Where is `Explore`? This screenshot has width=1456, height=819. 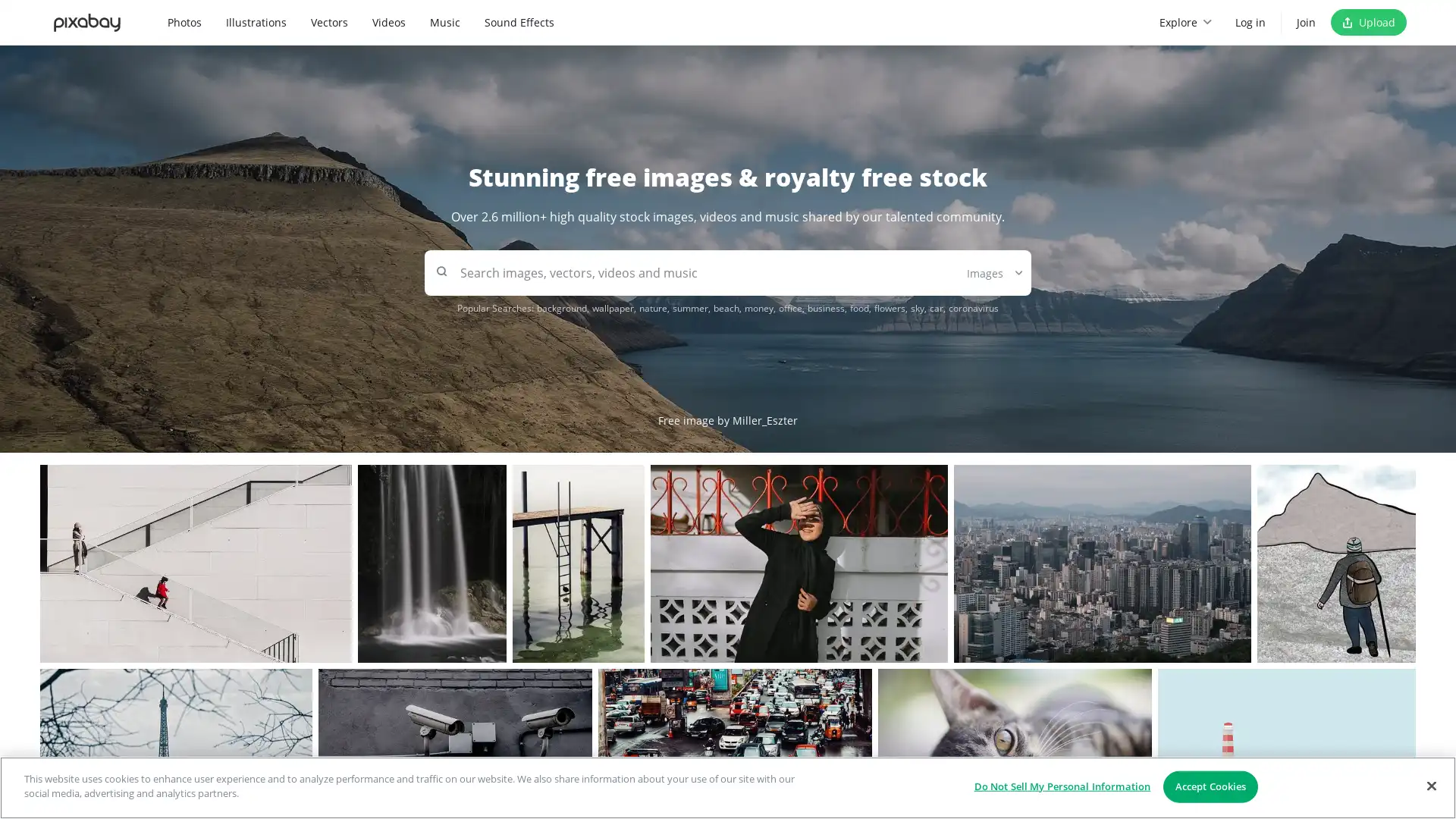
Explore is located at coordinates (1185, 22).